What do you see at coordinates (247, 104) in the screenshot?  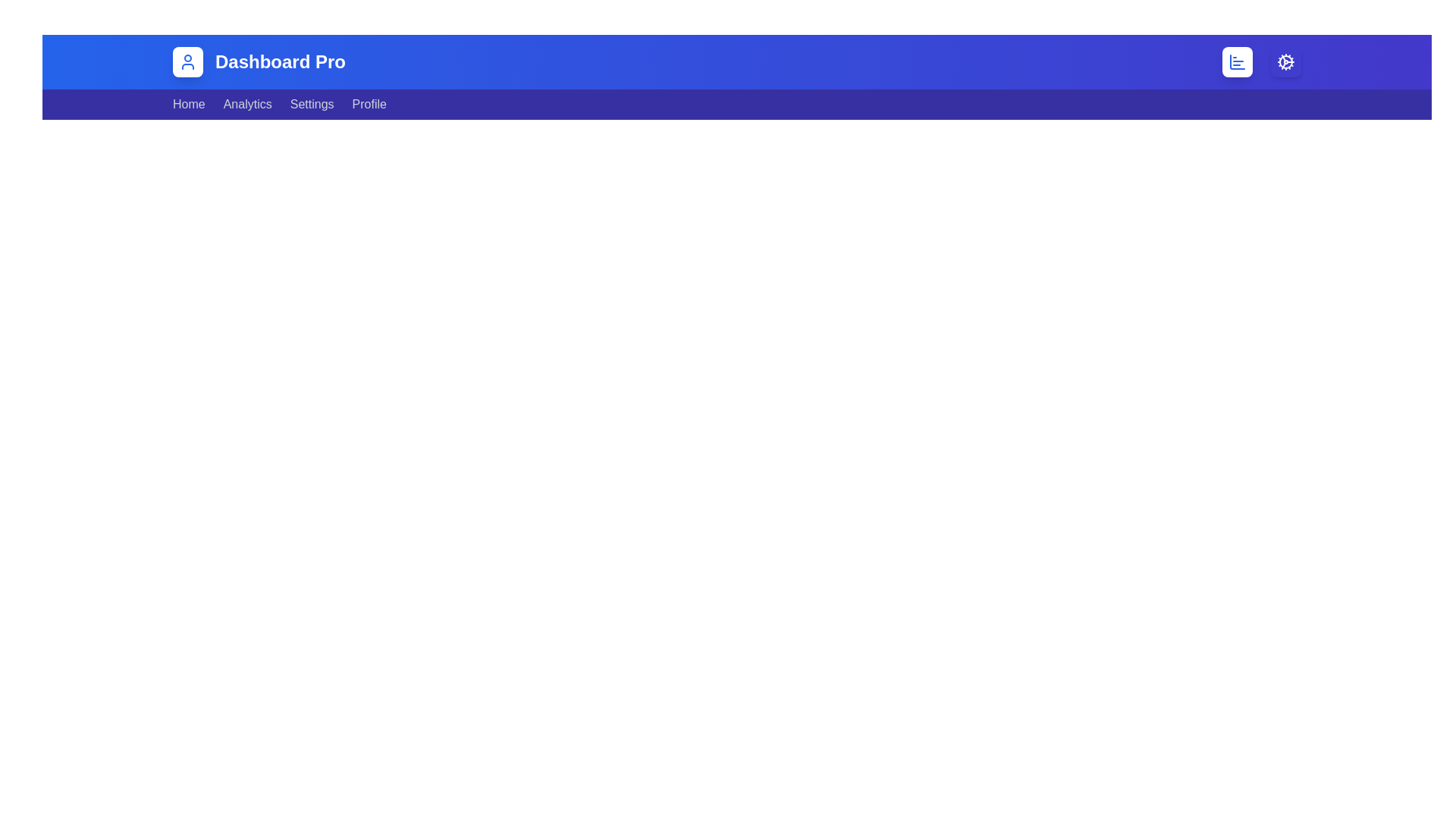 I see `the Analytics navigation bar item` at bounding box center [247, 104].